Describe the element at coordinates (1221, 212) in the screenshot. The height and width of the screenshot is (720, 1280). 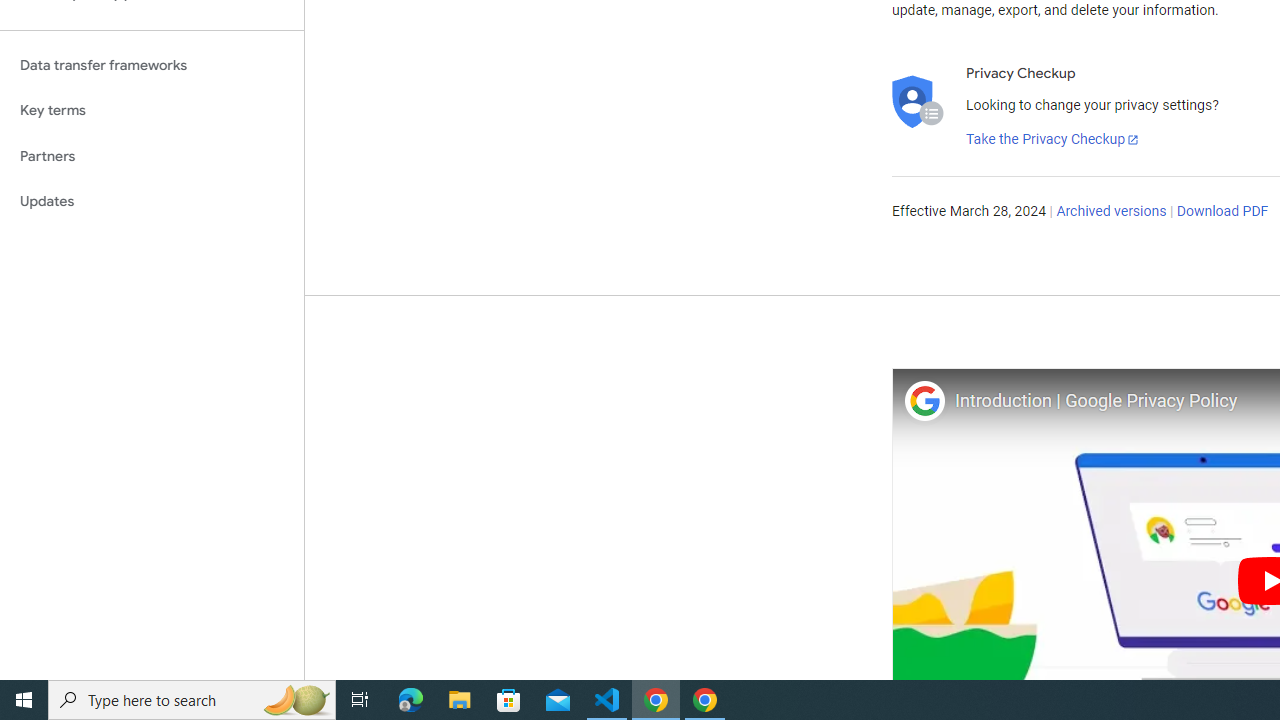
I see `'Download PDF'` at that location.